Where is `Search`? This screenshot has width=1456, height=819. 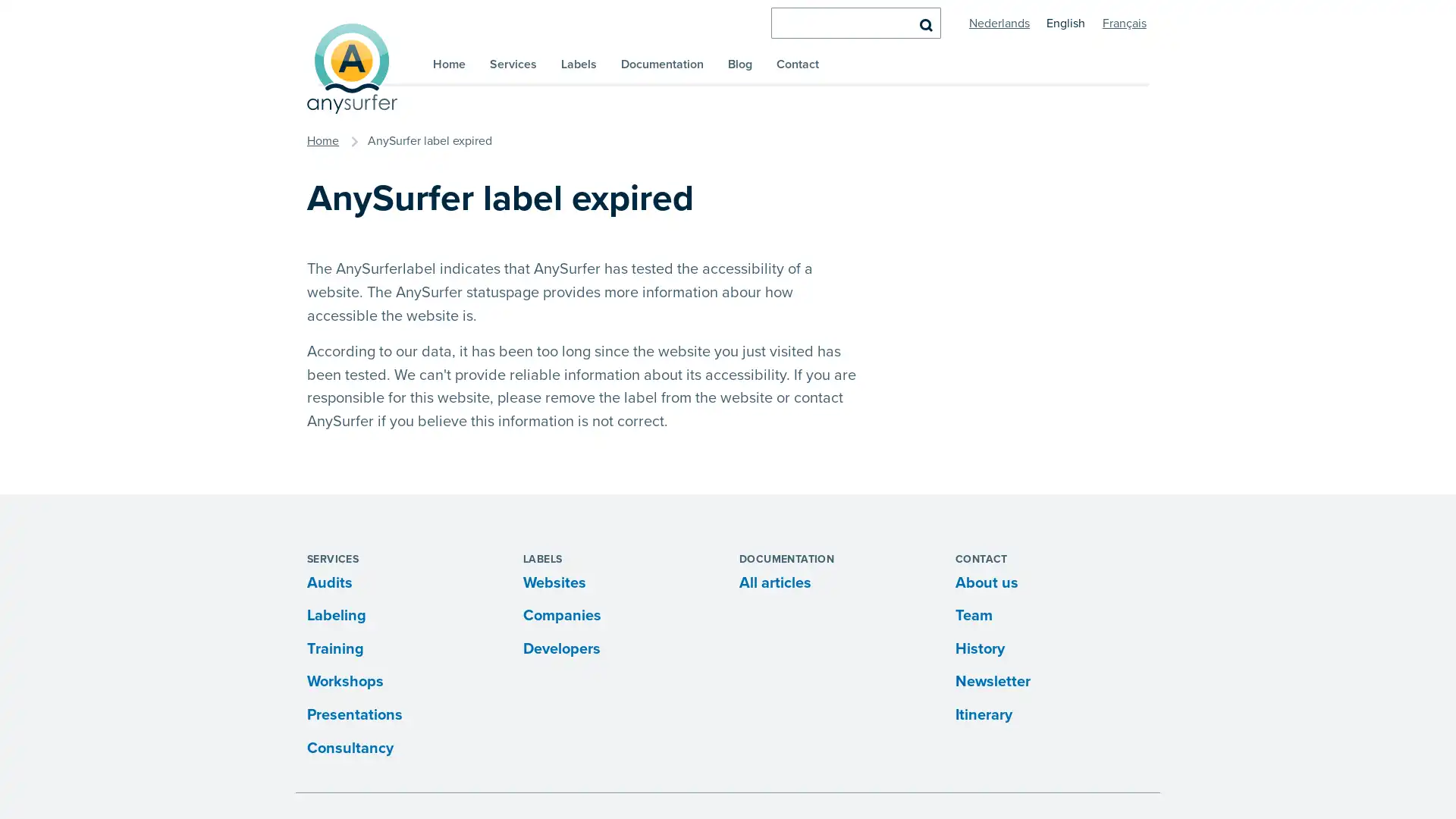
Search is located at coordinates (924, 24).